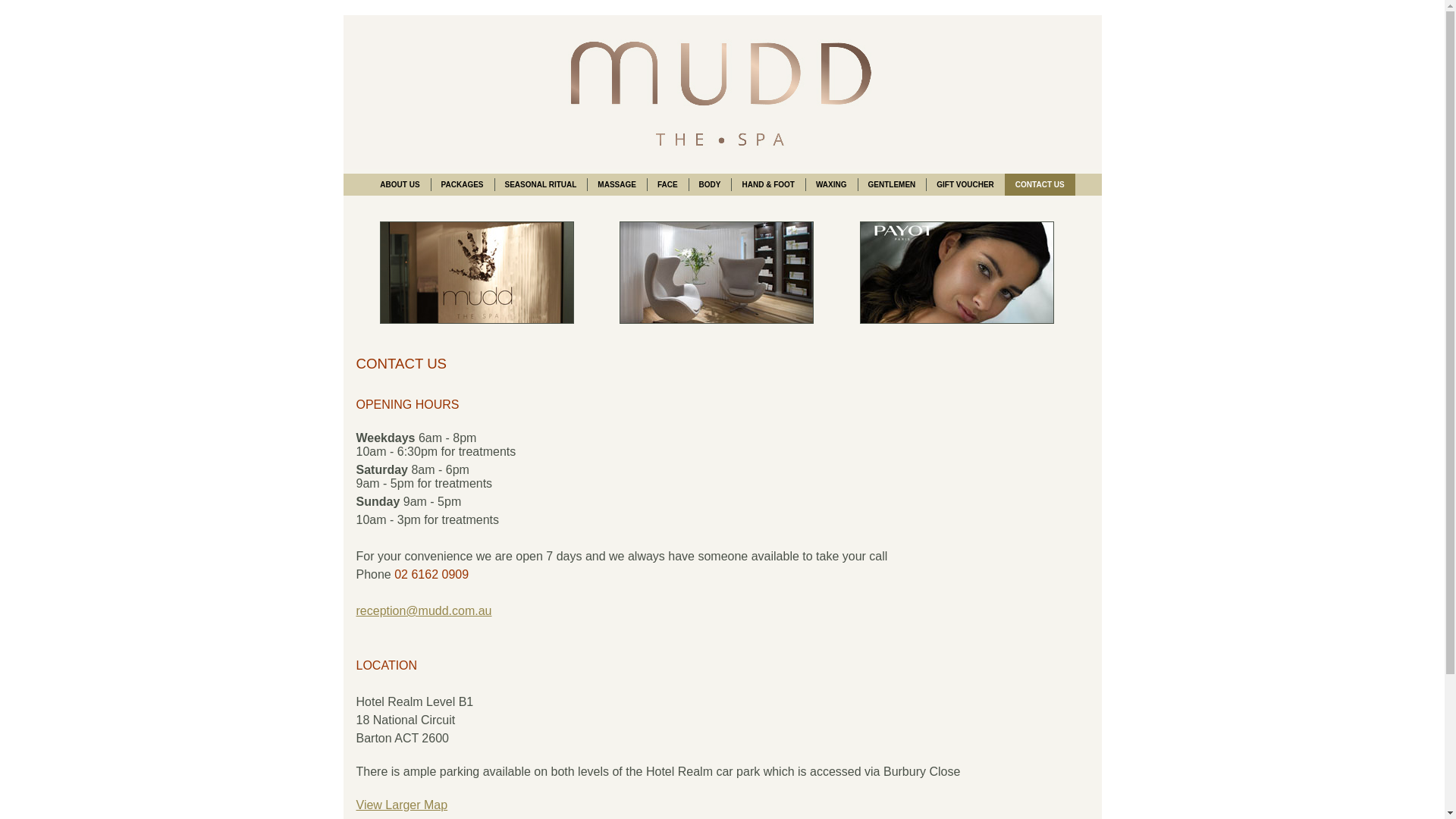 Image resolution: width=1456 pixels, height=819 pixels. Describe the element at coordinates (667, 184) in the screenshot. I see `'FACE'` at that location.